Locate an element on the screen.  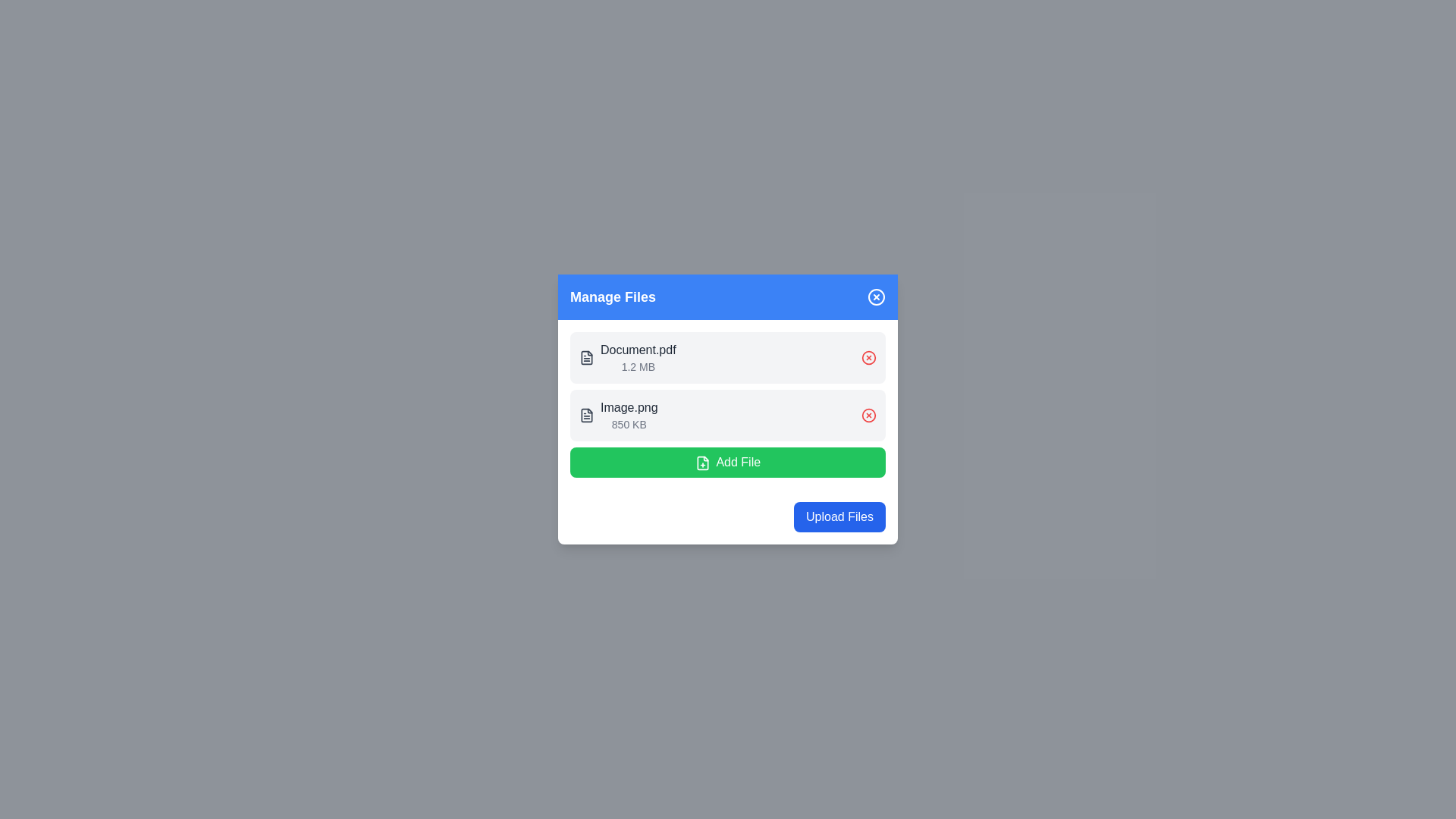
the file descriptor displaying 'Image.png' and '850 KB' for additional actions or information is located at coordinates (618, 415).